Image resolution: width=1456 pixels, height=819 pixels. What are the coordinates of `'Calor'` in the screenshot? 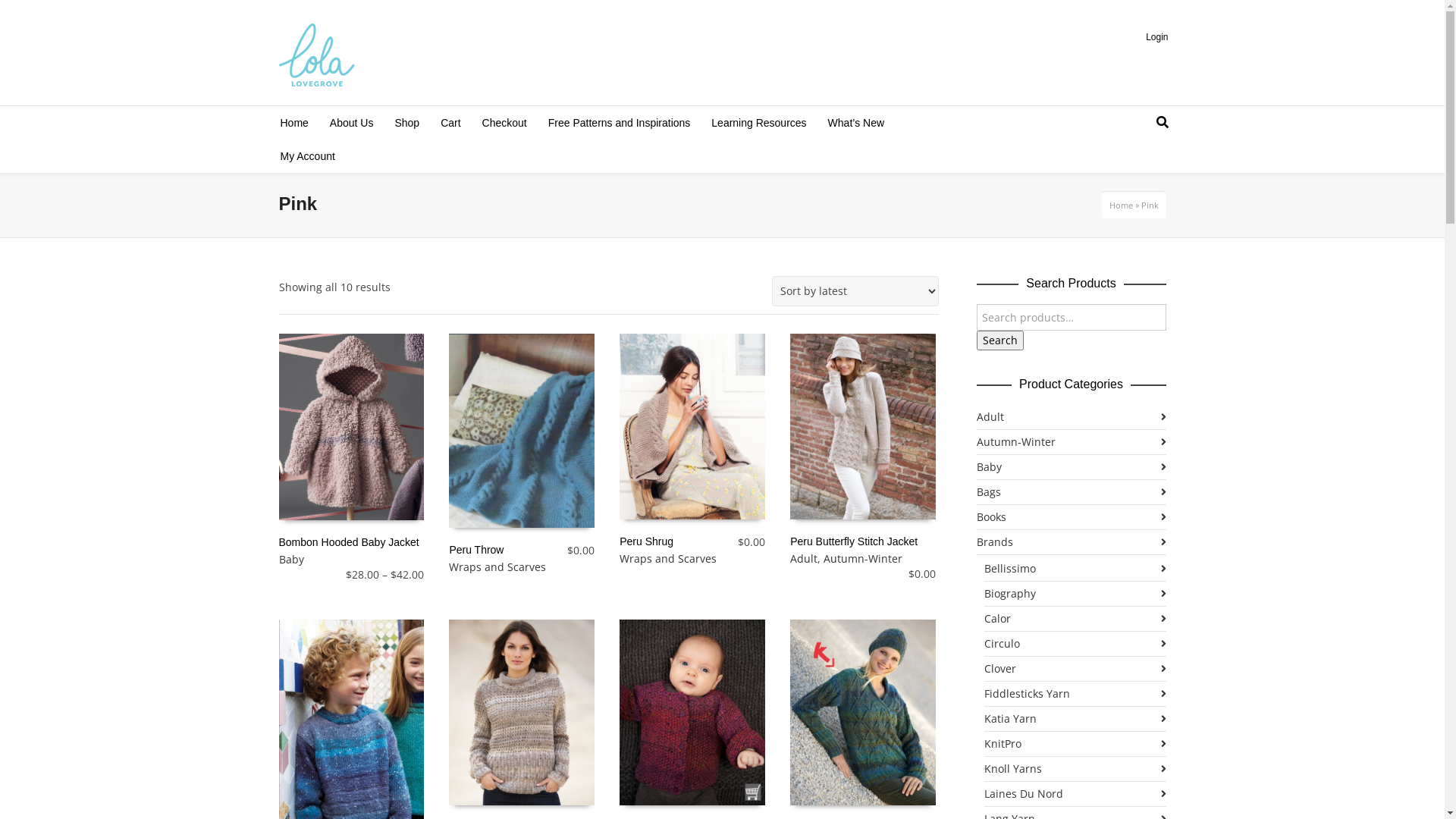 It's located at (1074, 619).